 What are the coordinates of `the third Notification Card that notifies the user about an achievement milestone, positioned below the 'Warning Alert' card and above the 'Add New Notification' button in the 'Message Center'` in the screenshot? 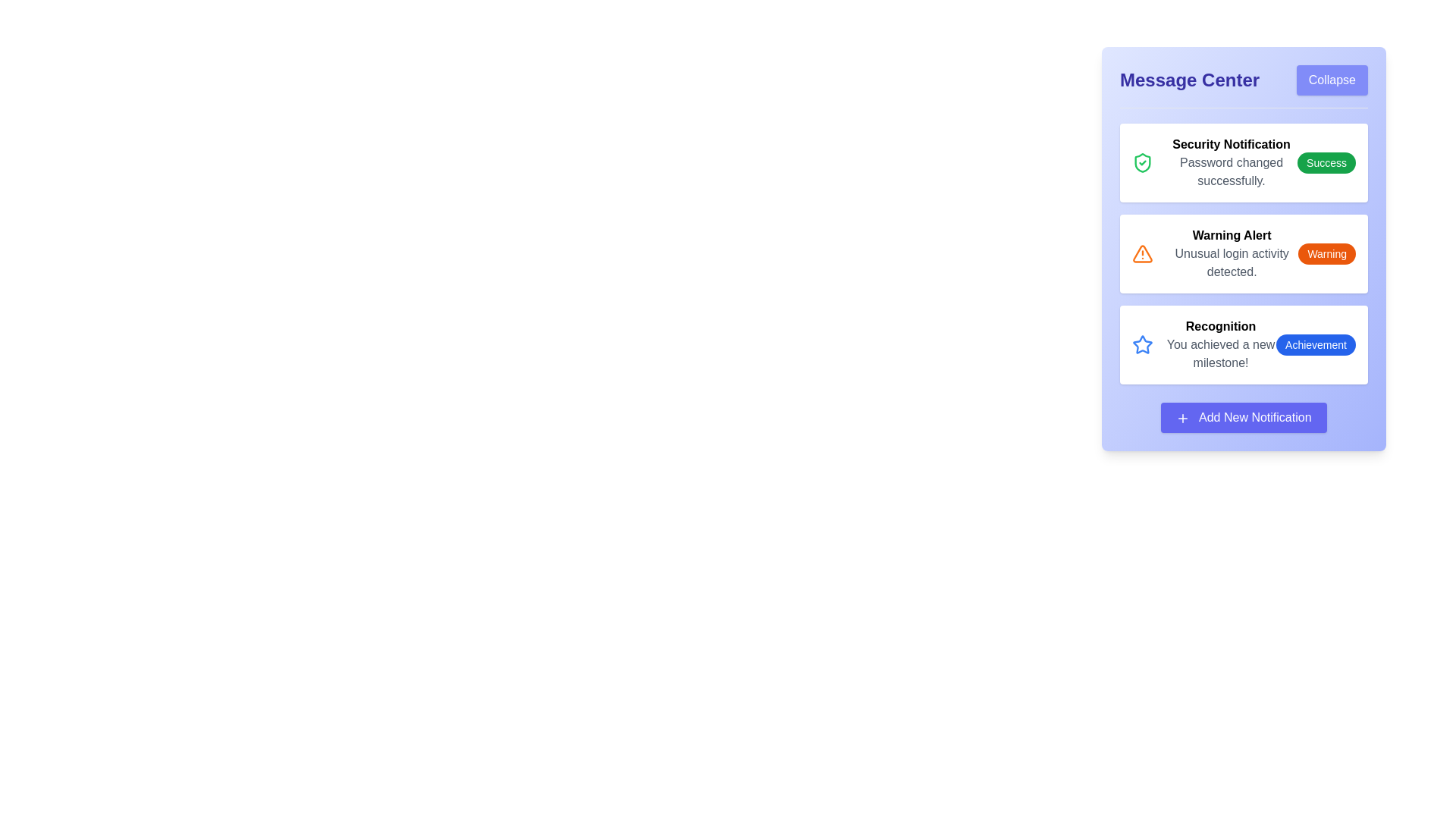 It's located at (1244, 345).